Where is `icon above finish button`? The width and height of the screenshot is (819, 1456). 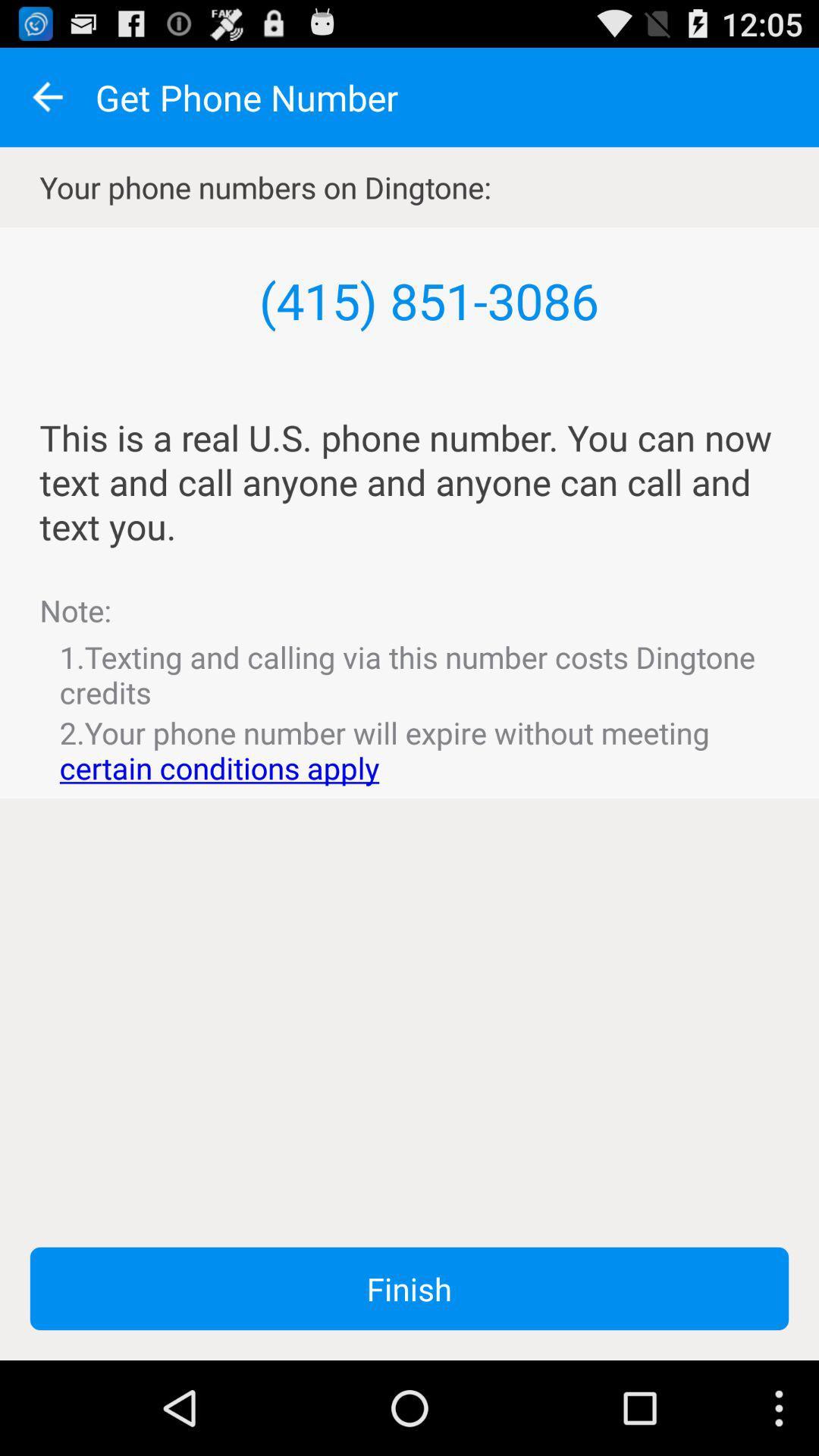 icon above finish button is located at coordinates (409, 750).